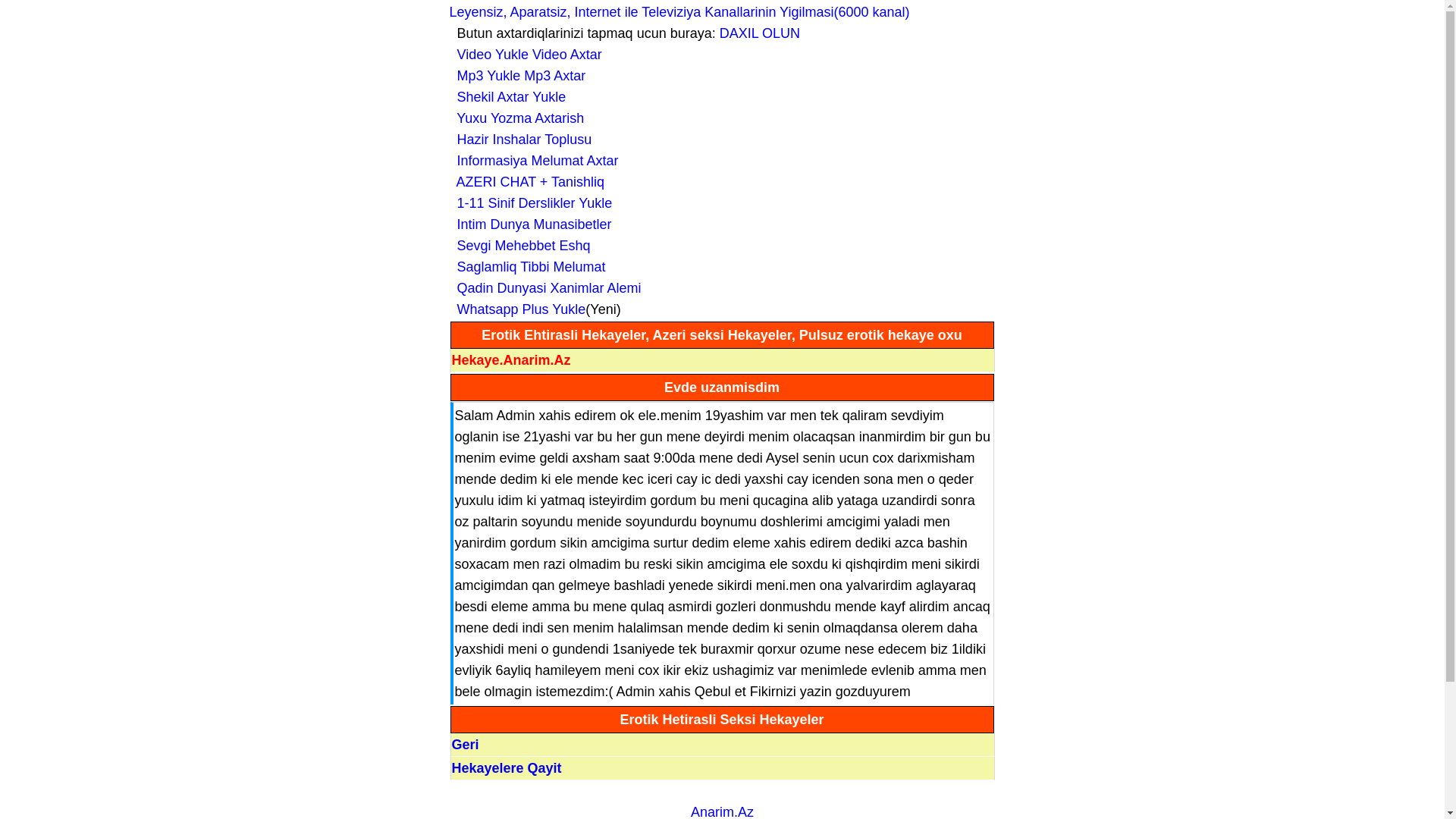 This screenshot has height=819, width=1456. Describe the element at coordinates (450, 768) in the screenshot. I see `'Hekayelere Qayit'` at that location.